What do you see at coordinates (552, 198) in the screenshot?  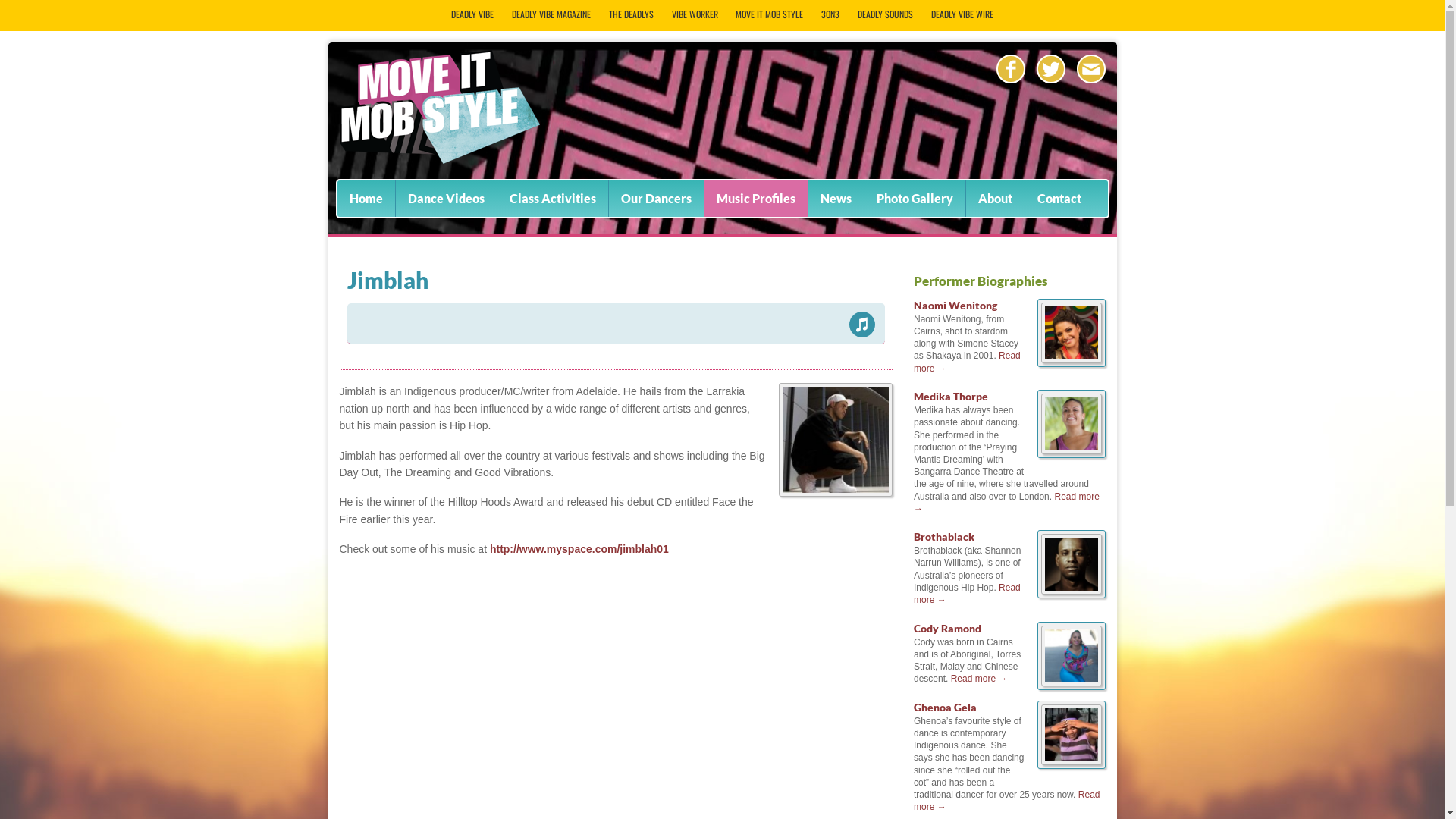 I see `'Class Activities'` at bounding box center [552, 198].